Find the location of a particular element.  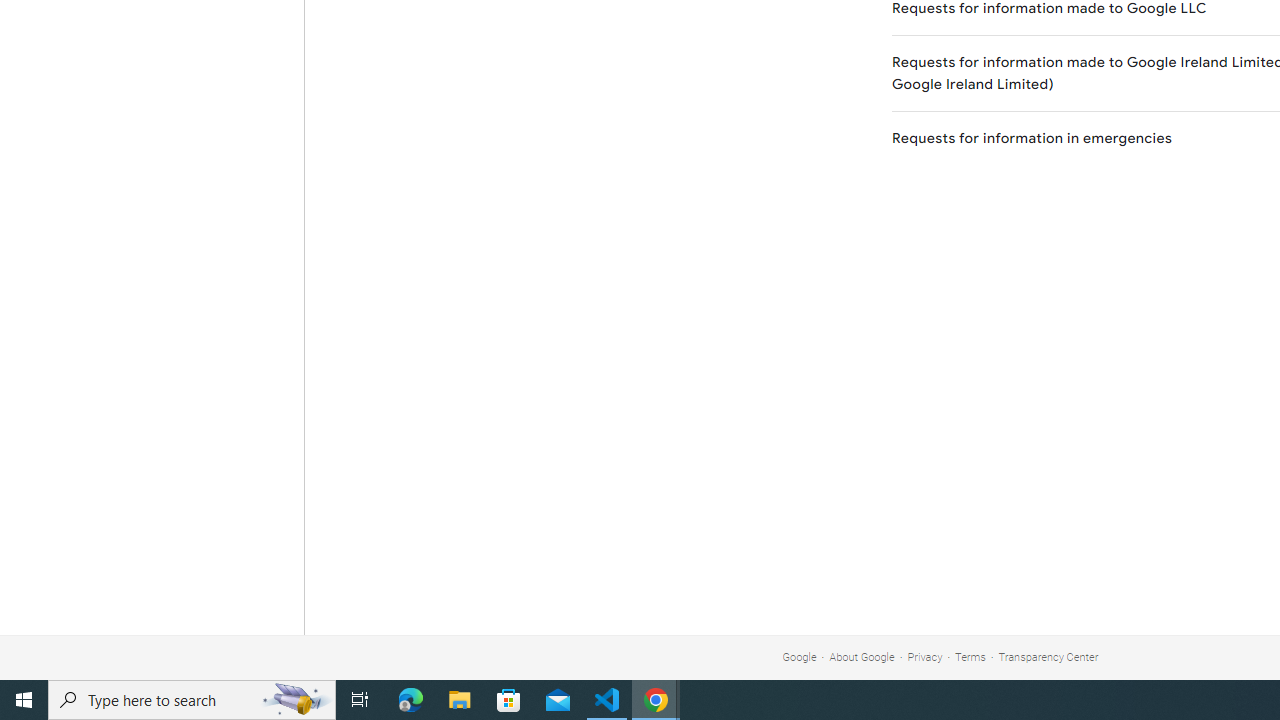

'About Google' is located at coordinates (862, 657).